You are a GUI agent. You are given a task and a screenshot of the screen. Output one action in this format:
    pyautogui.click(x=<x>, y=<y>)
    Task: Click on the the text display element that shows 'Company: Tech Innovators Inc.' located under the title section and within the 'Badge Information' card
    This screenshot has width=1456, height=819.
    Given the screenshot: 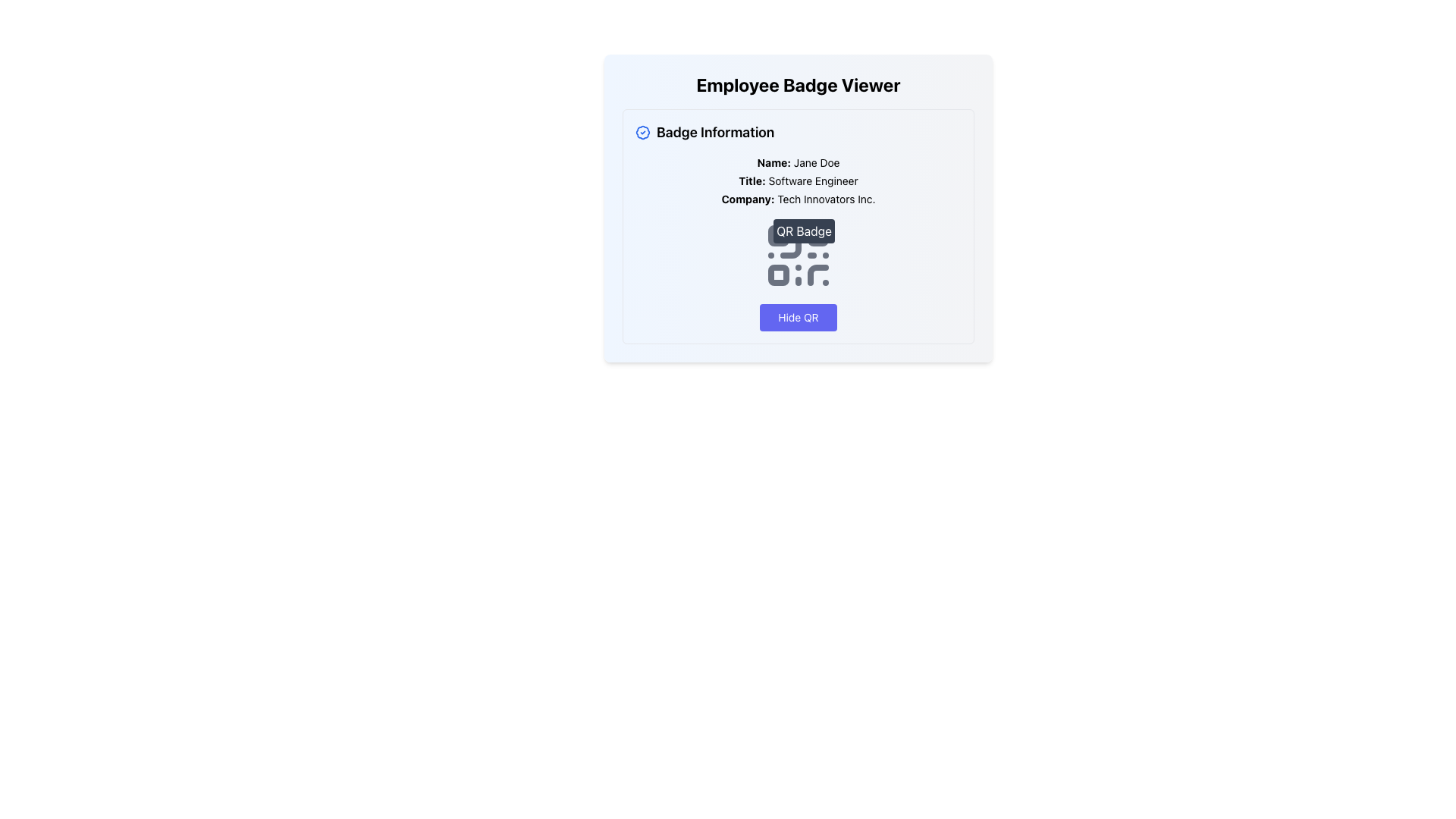 What is the action you would take?
    pyautogui.click(x=797, y=198)
    